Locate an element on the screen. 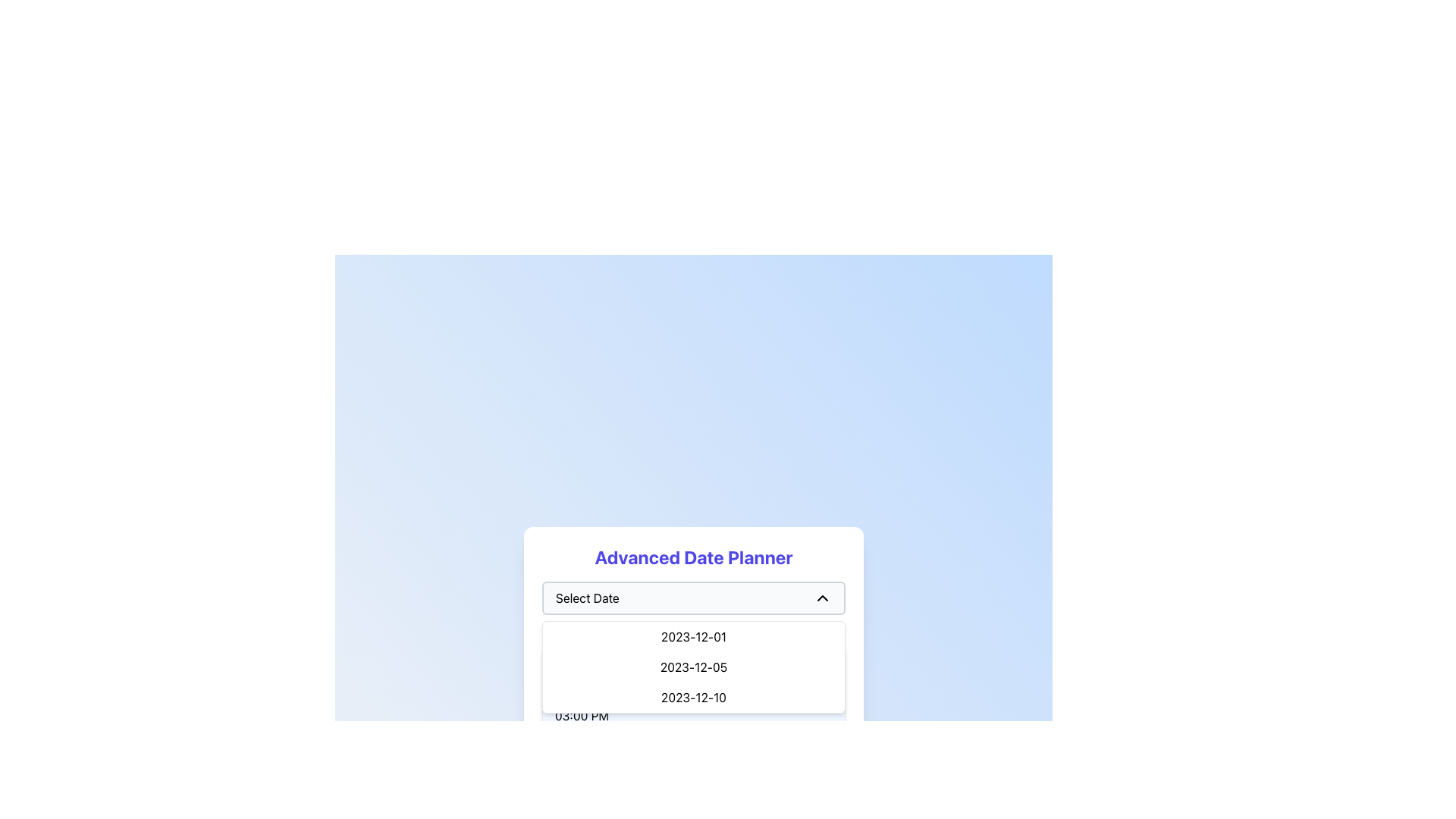 This screenshot has width=1456, height=819. the selectable date option in the dropdown menu, which is the second item in the list is located at coordinates (693, 666).